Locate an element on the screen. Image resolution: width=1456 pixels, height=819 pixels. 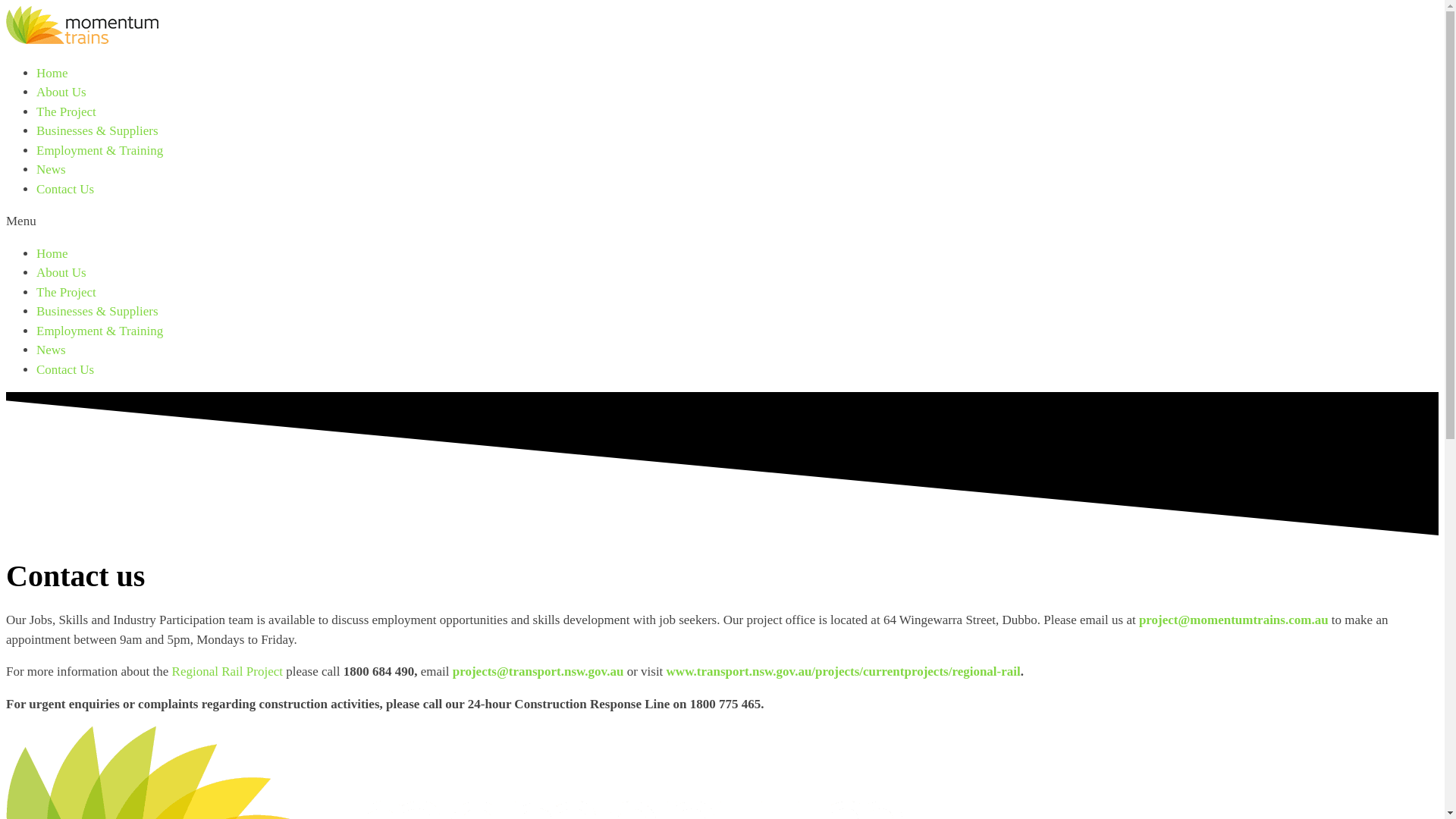
'Businesses & Suppliers' is located at coordinates (96, 130).